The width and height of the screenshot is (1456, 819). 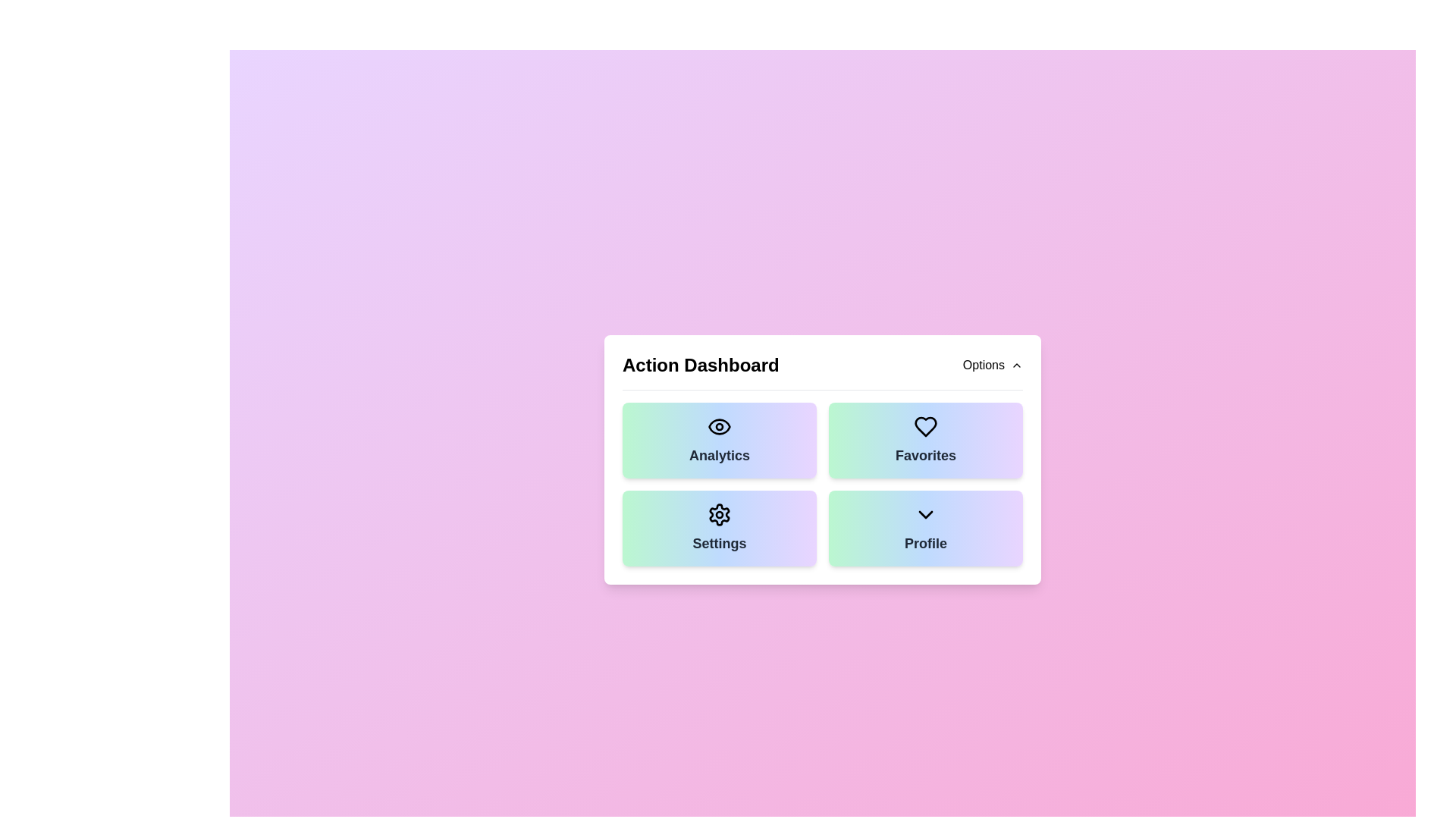 What do you see at coordinates (924, 426) in the screenshot?
I see `the heart icon representing the Favorites section at the center-top area of the Favorites panel in the Action Dashboard interface` at bounding box center [924, 426].